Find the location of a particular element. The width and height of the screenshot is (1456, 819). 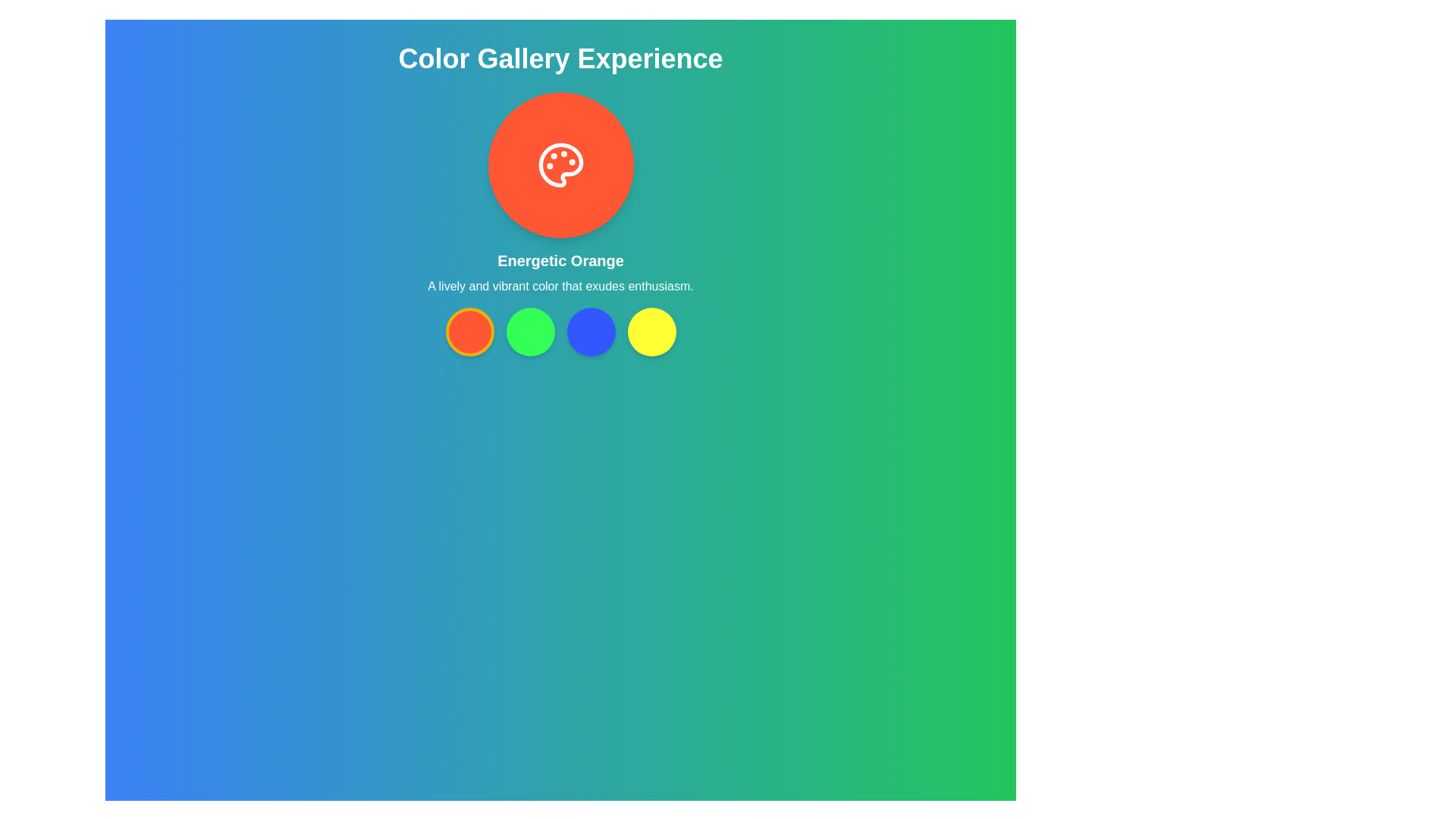

the graphical decorative icon resembling a painter's palette, which is centrally located in the top section of the layout with a bright orange-red background is located at coordinates (560, 165).